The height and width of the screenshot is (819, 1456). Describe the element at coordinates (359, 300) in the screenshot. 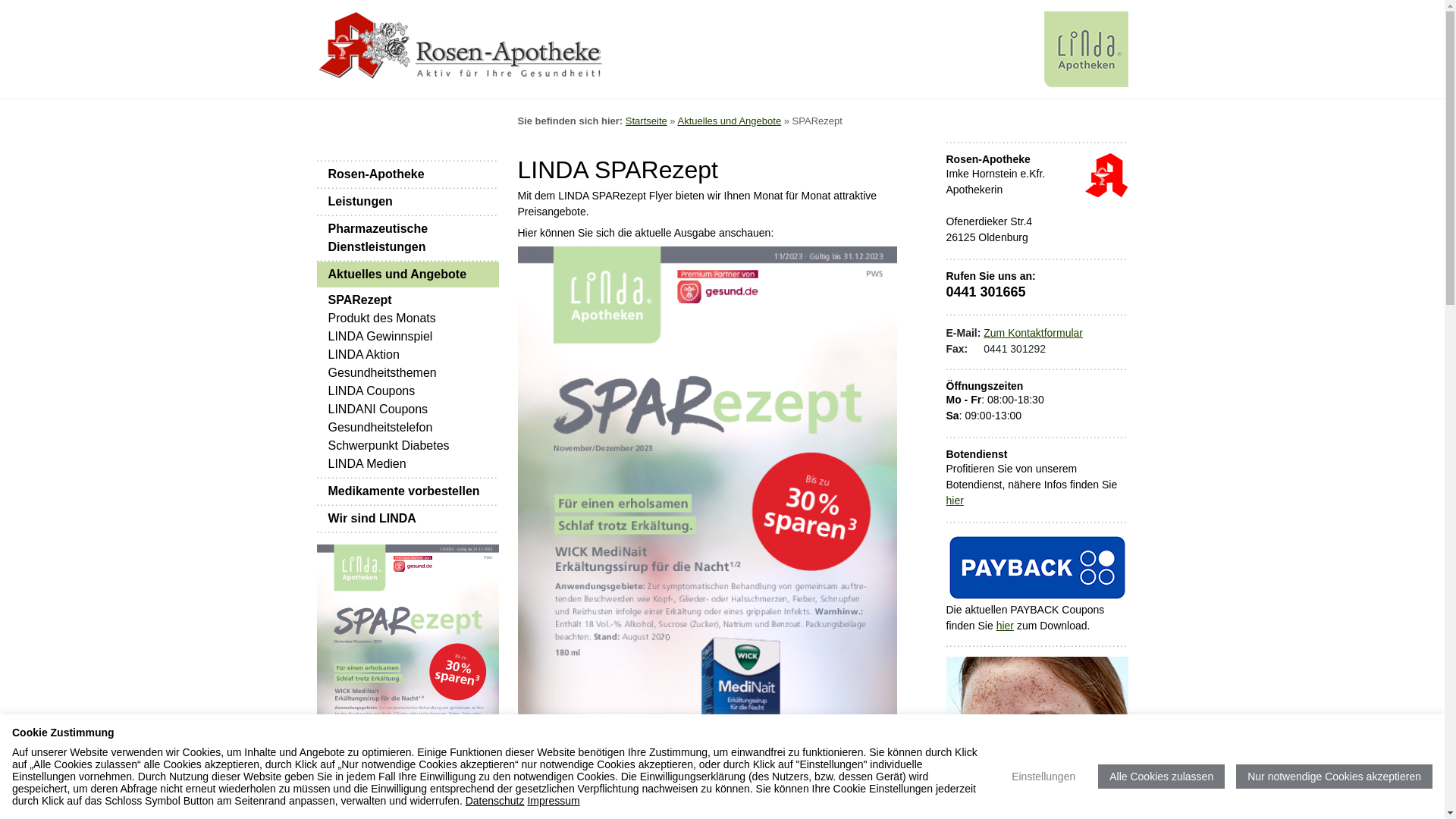

I see `'SPARezept'` at that location.